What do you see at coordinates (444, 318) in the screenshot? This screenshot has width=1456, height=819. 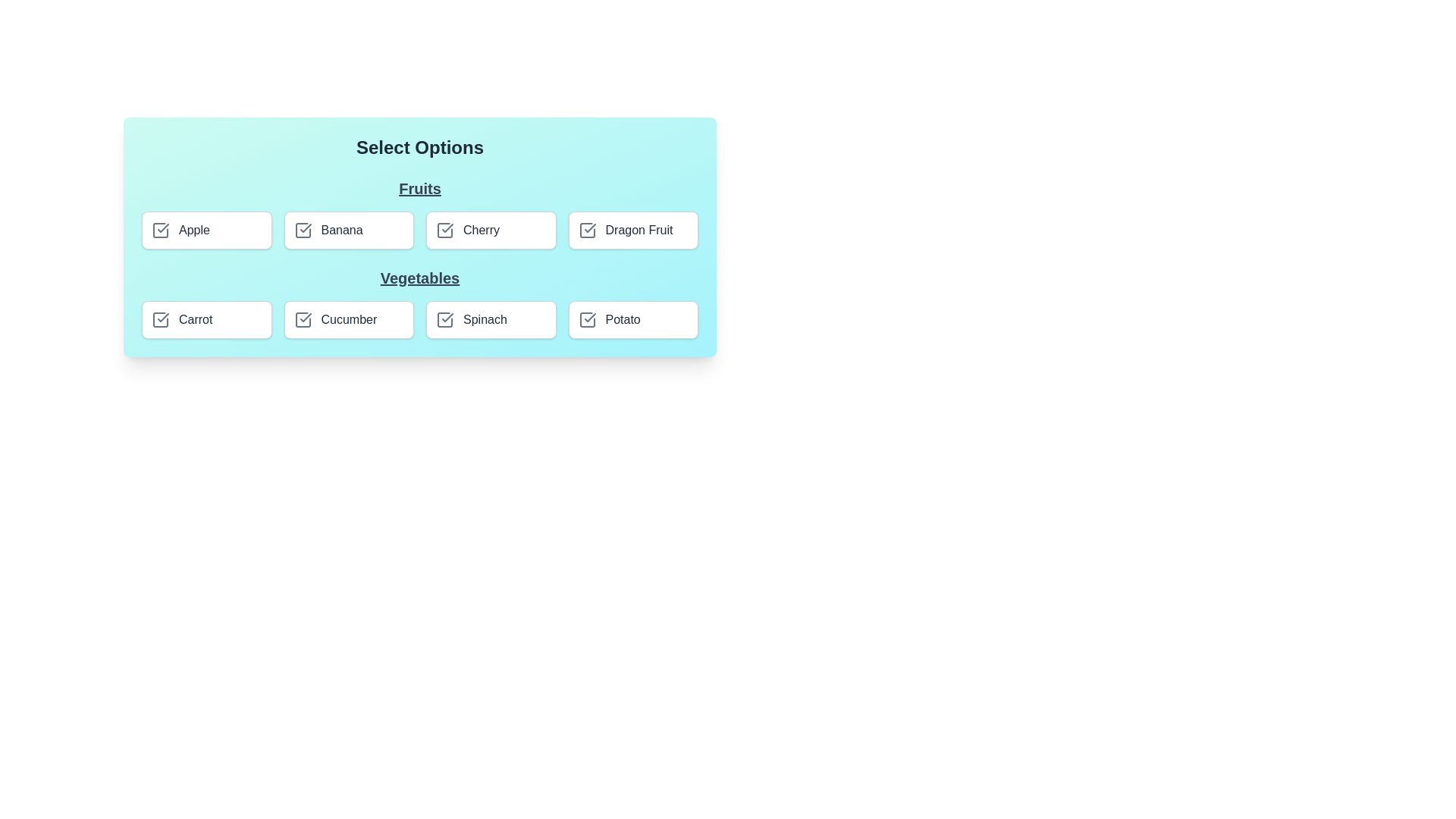 I see `the visual indicator icon for the 'Spinach' item located in the 'Vegetables' section of the interface` at bounding box center [444, 318].